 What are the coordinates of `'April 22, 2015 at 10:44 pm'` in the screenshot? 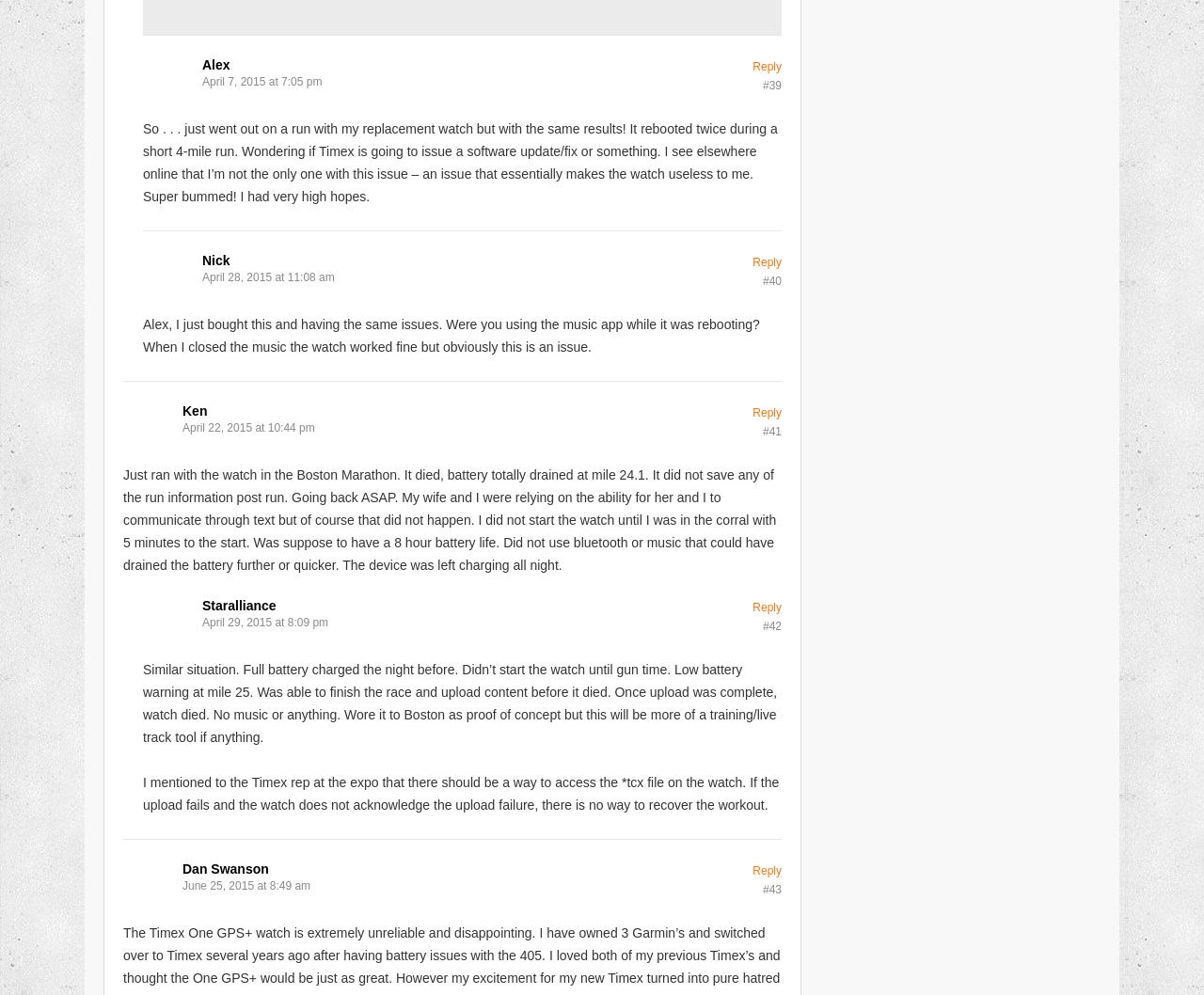 It's located at (246, 425).